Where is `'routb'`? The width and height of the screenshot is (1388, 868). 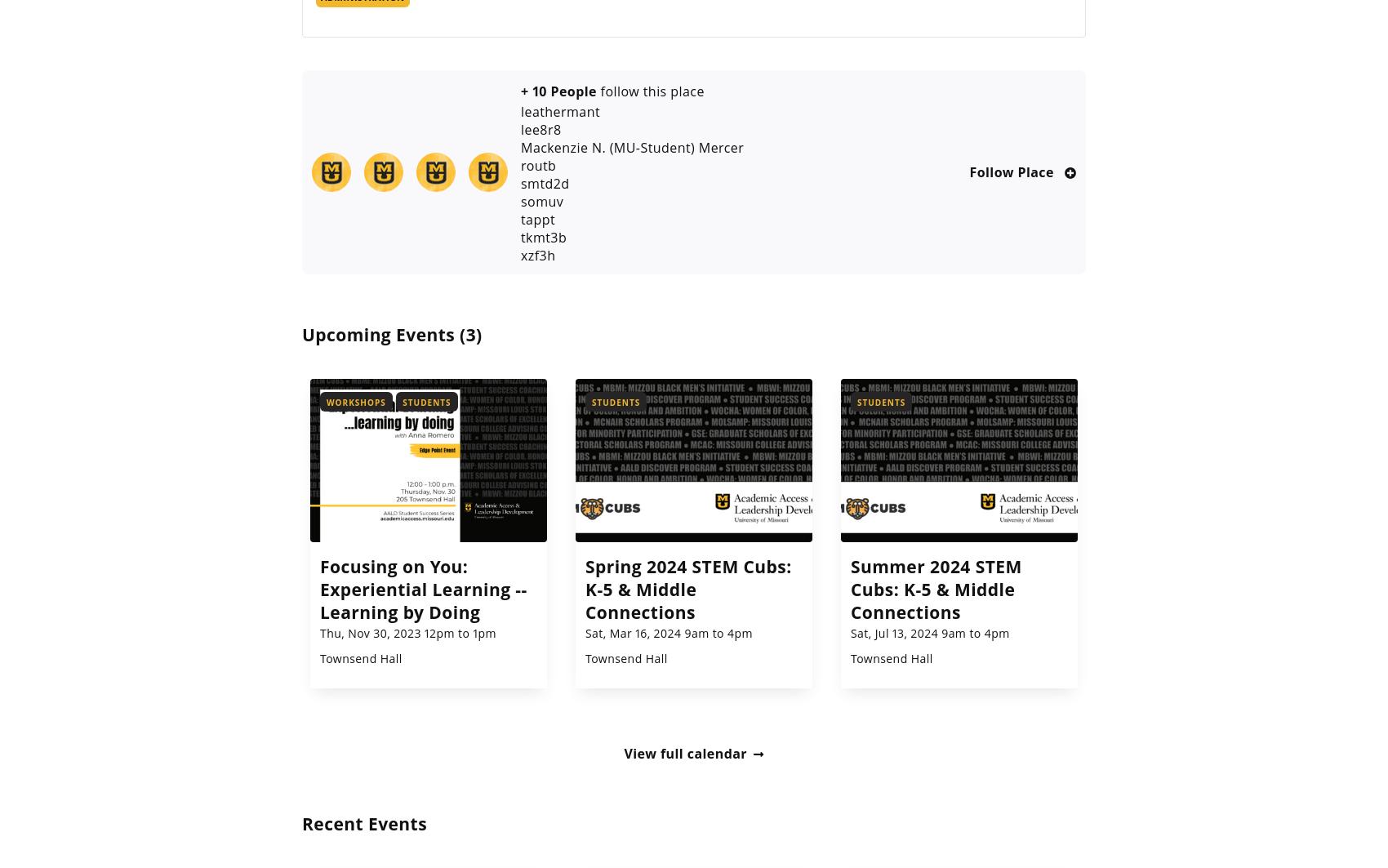 'routb' is located at coordinates (538, 164).